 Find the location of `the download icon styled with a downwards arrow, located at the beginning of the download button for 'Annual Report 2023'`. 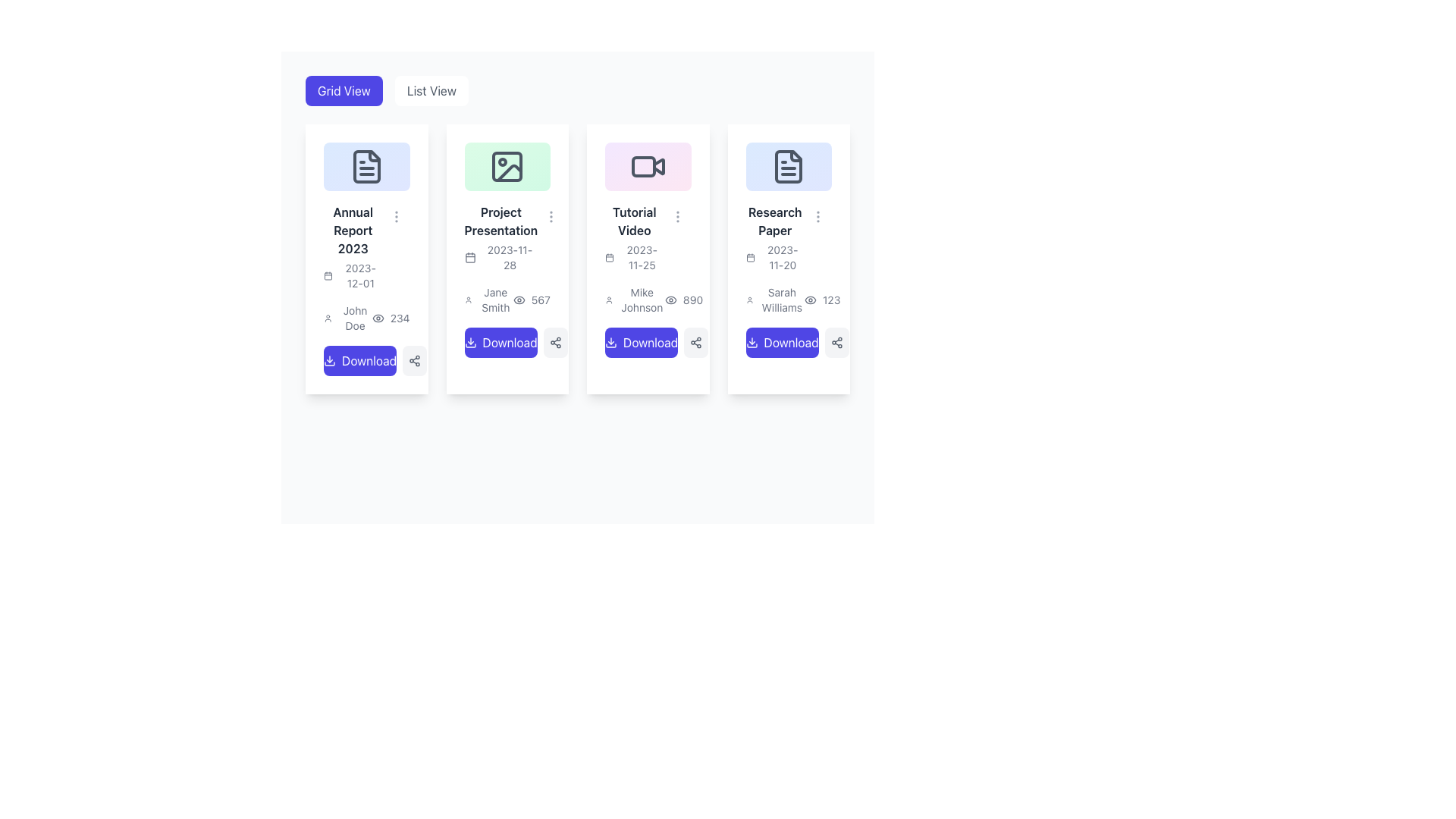

the download icon styled with a downwards arrow, located at the beginning of the download button for 'Annual Report 2023' is located at coordinates (329, 359).